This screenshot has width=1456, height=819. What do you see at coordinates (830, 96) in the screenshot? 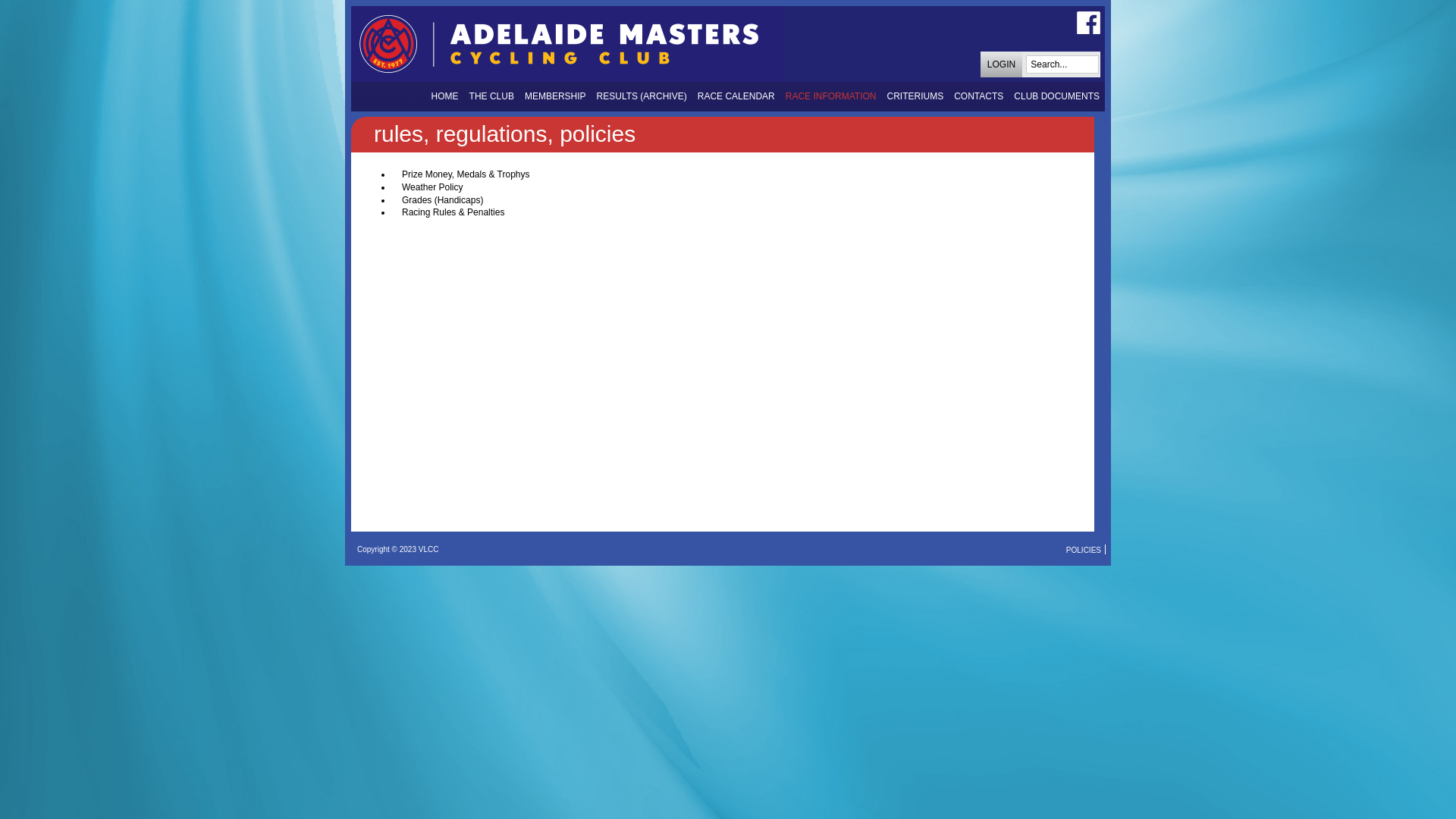
I see `'RACE INFORMATION'` at bounding box center [830, 96].